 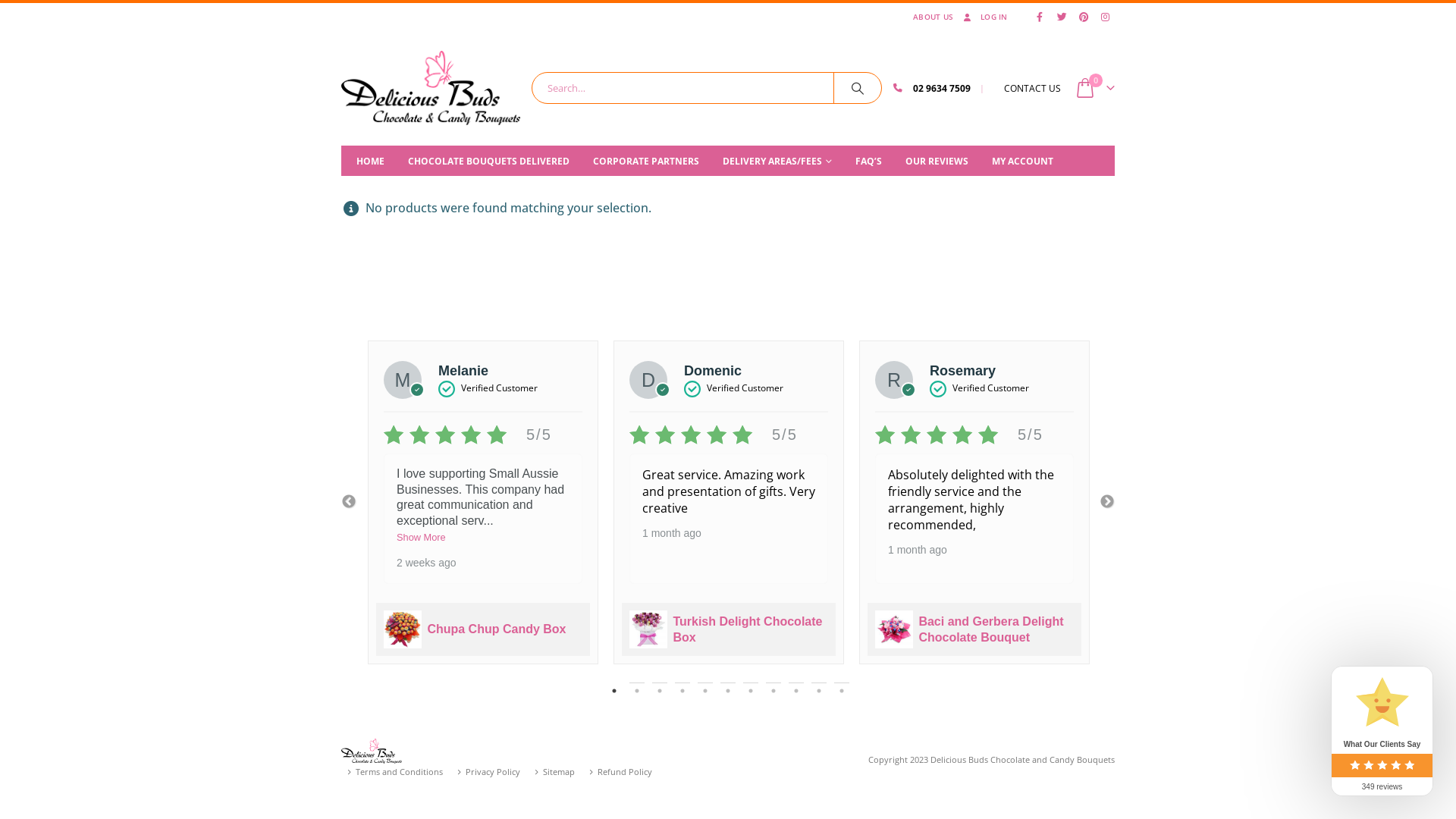 I want to click on 'Chupa Chup Candy Box', so click(x=496, y=629).